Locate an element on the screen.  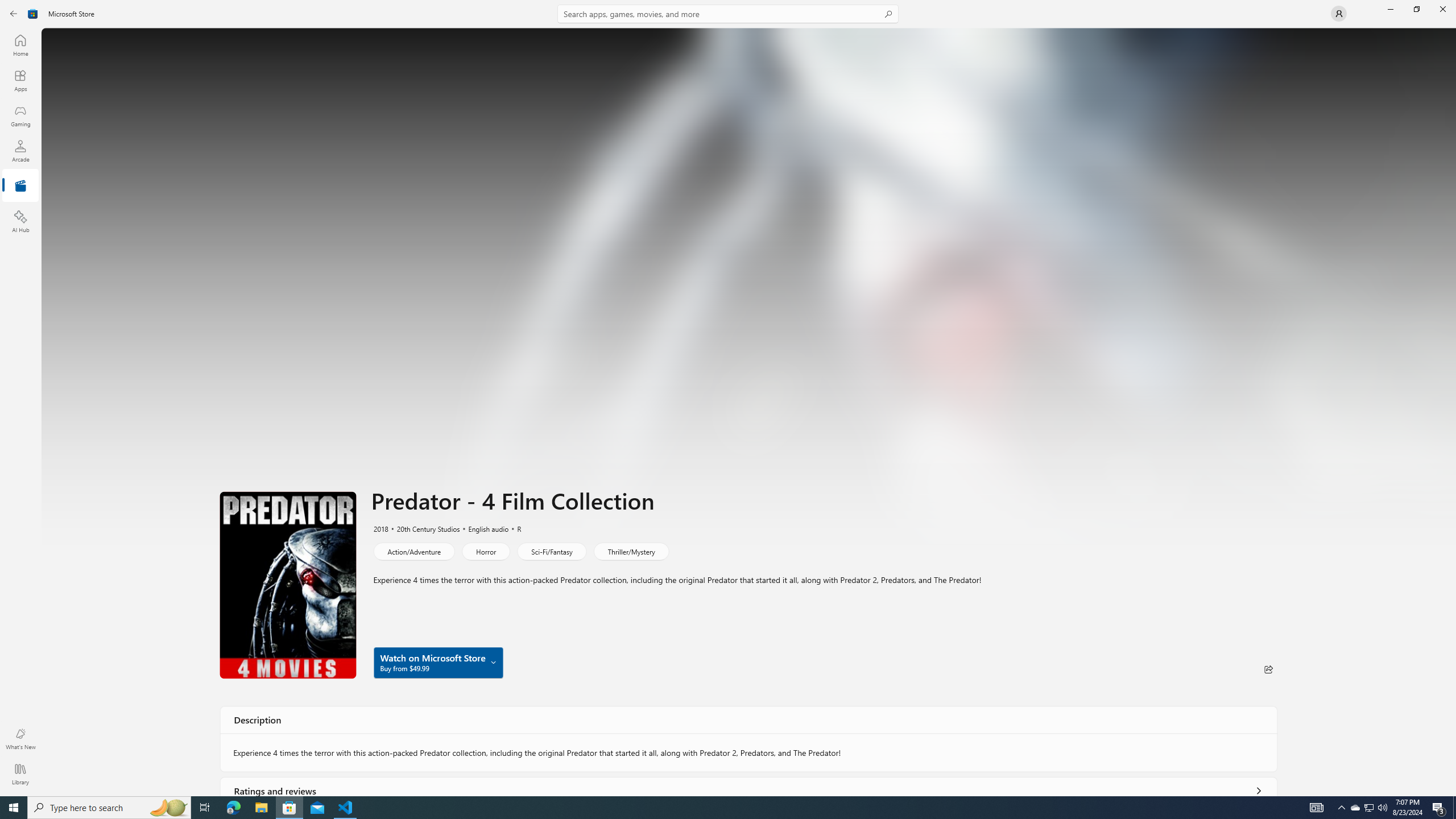
'Share' is located at coordinates (1268, 668).